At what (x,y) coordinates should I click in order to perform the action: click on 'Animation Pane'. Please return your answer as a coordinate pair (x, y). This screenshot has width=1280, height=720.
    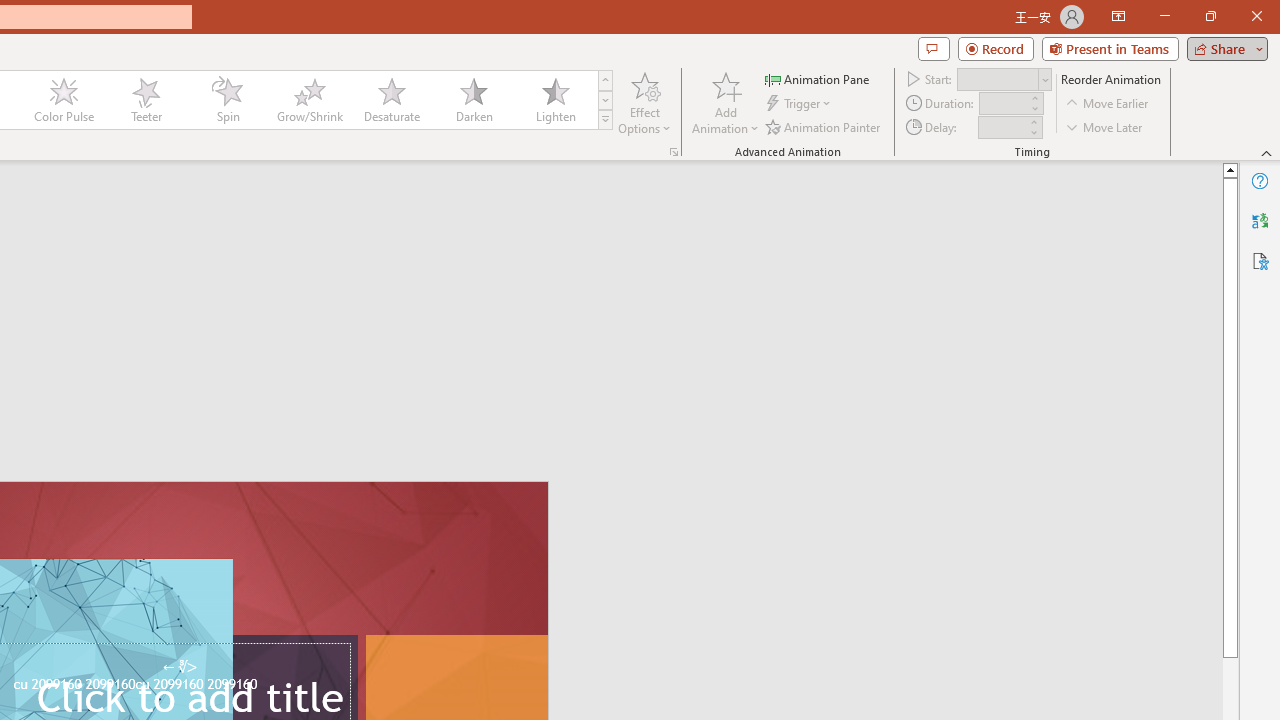
    Looking at the image, I should click on (818, 78).